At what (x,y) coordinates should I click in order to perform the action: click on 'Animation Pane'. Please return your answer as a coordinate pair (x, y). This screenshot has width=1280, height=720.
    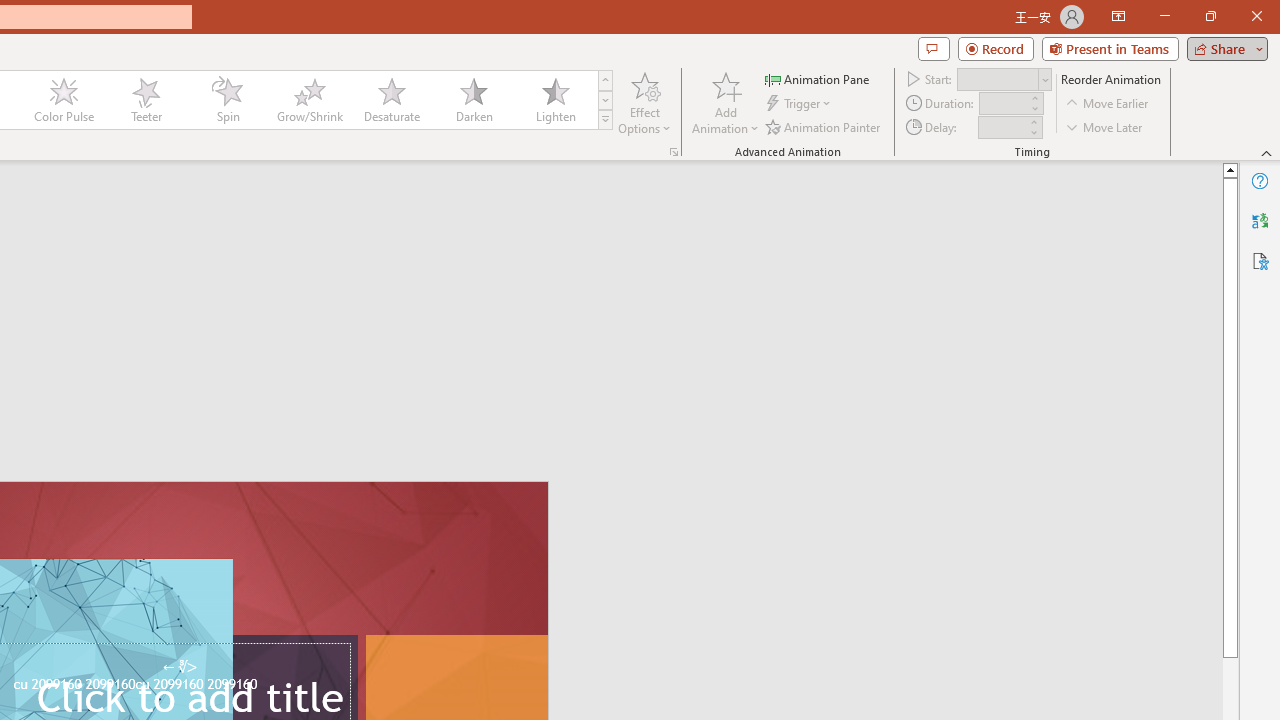
    Looking at the image, I should click on (818, 78).